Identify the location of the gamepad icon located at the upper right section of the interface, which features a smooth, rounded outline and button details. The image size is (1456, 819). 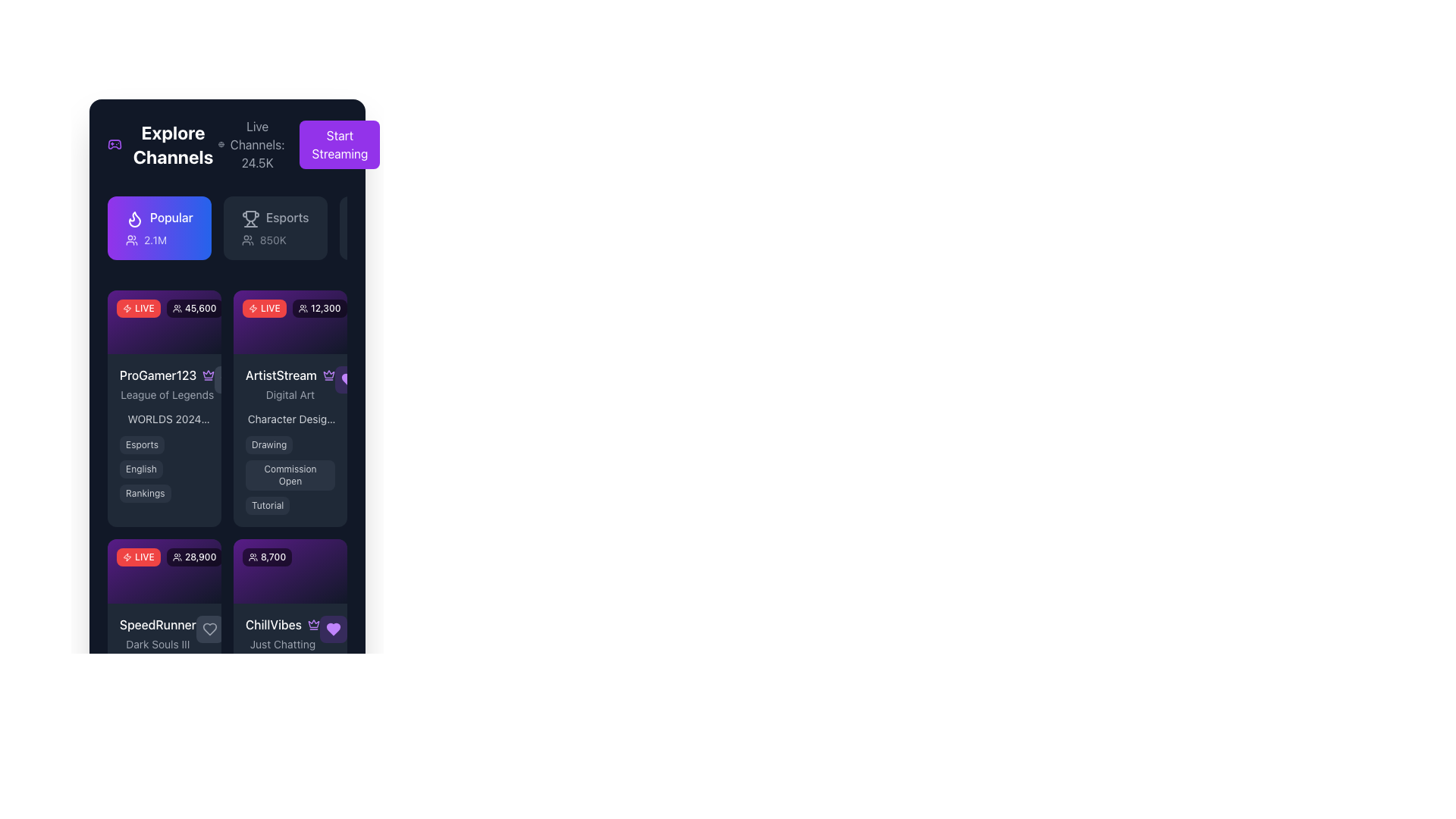
(114, 145).